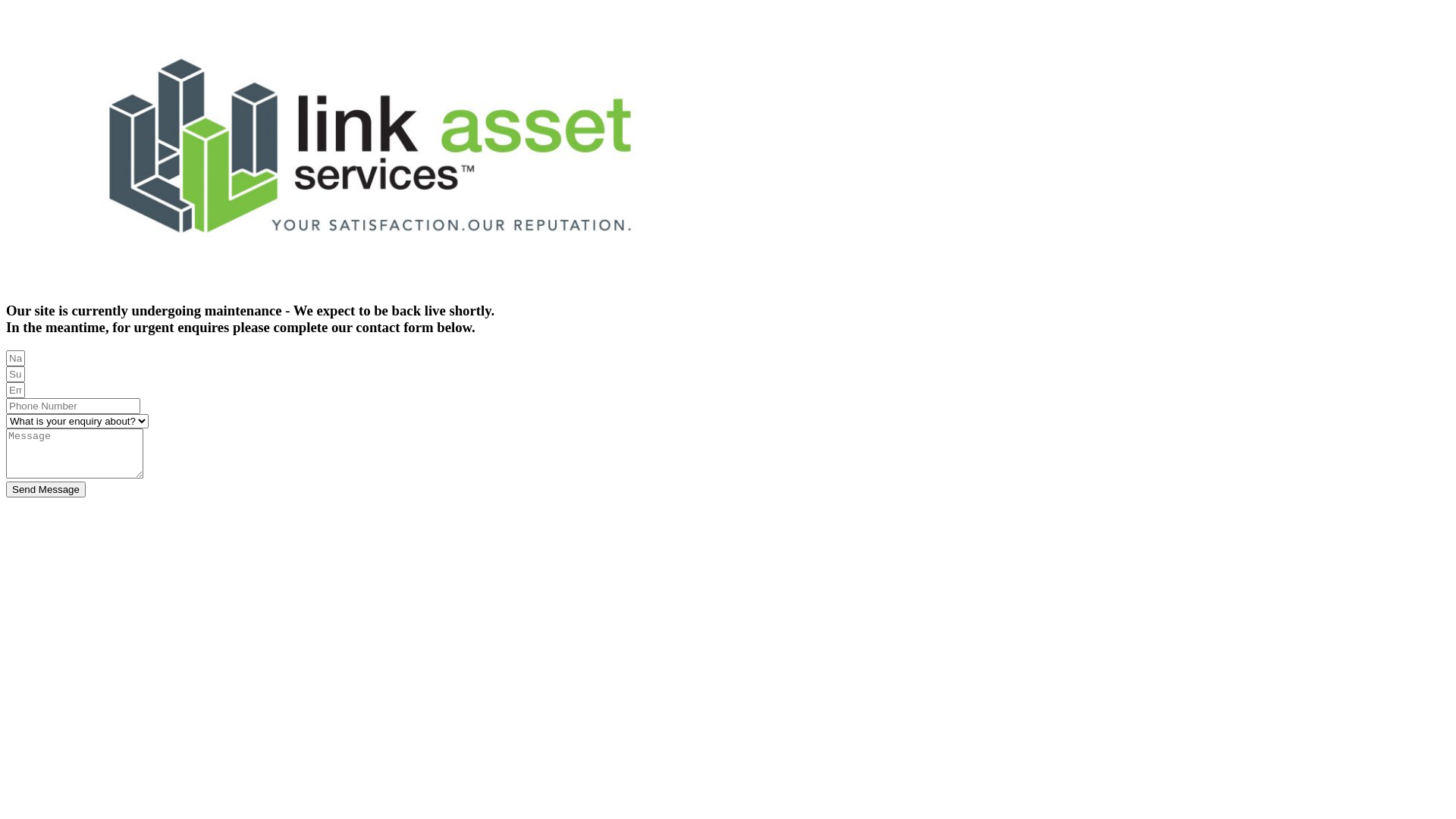  I want to click on 'Send Message', so click(45, 489).